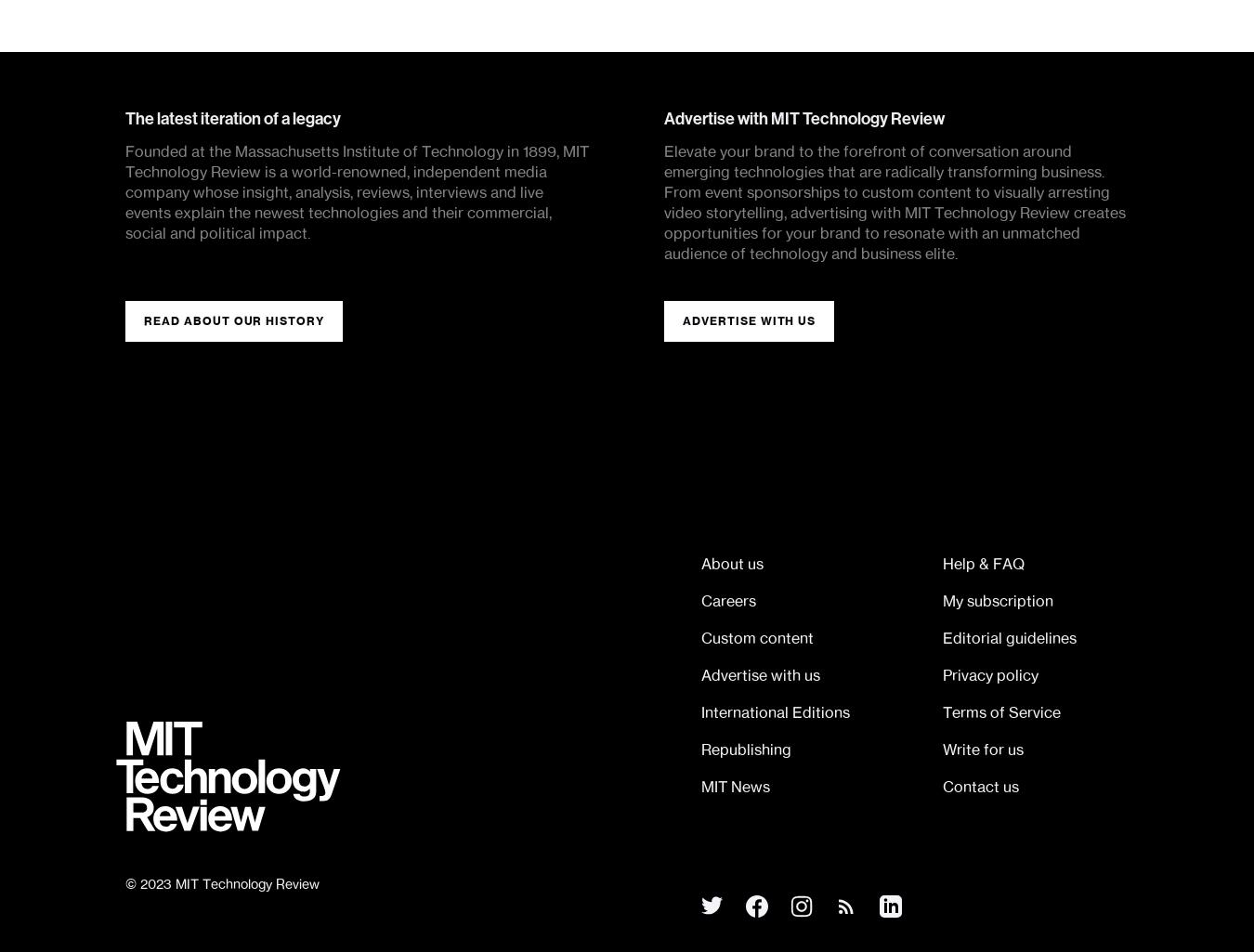 The image size is (1254, 952). Describe the element at coordinates (1010, 637) in the screenshot. I see `'Editorial guidelines'` at that location.